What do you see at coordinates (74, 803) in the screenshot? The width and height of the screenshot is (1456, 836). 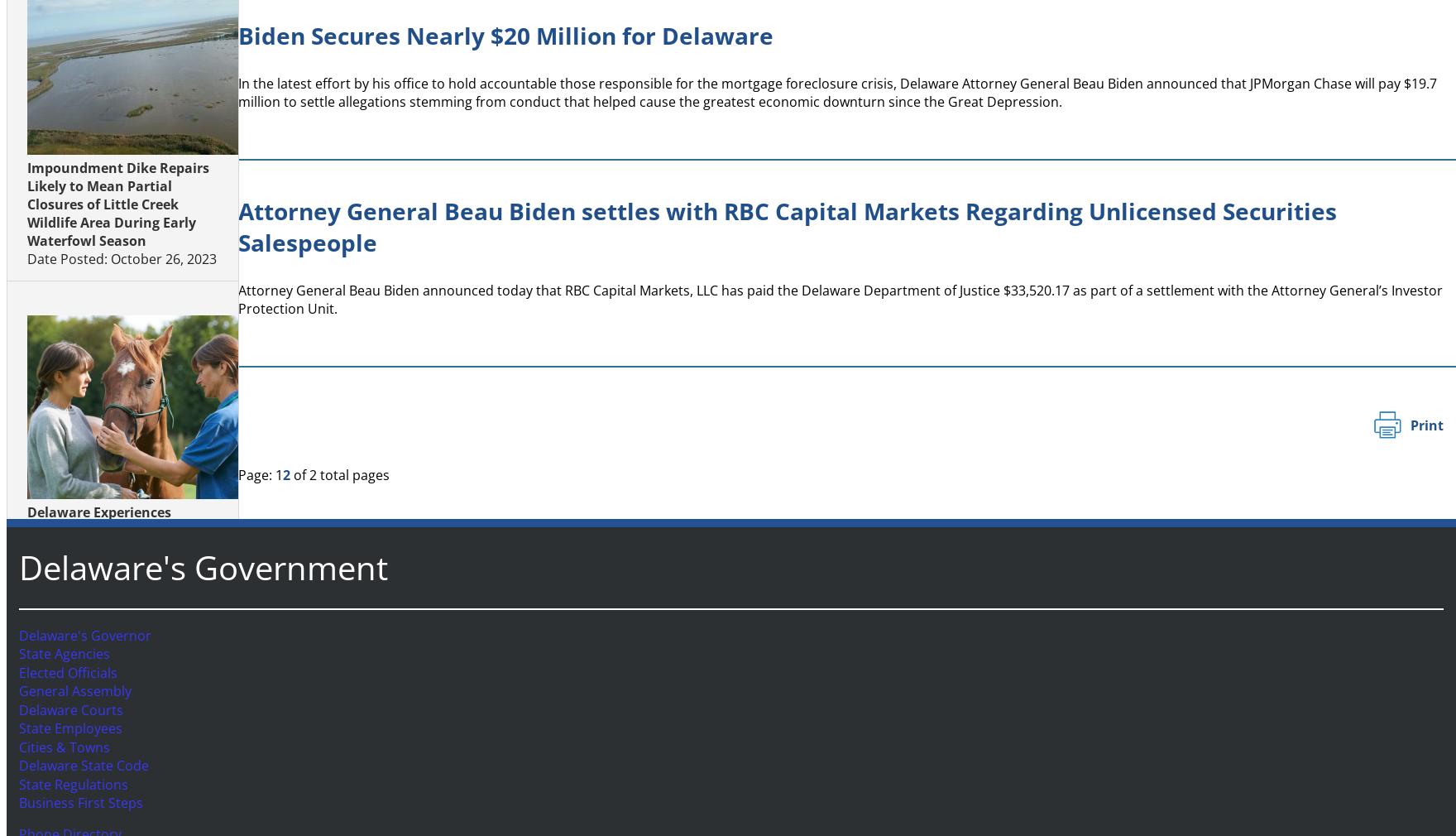 I see `'Business First Steps'` at bounding box center [74, 803].